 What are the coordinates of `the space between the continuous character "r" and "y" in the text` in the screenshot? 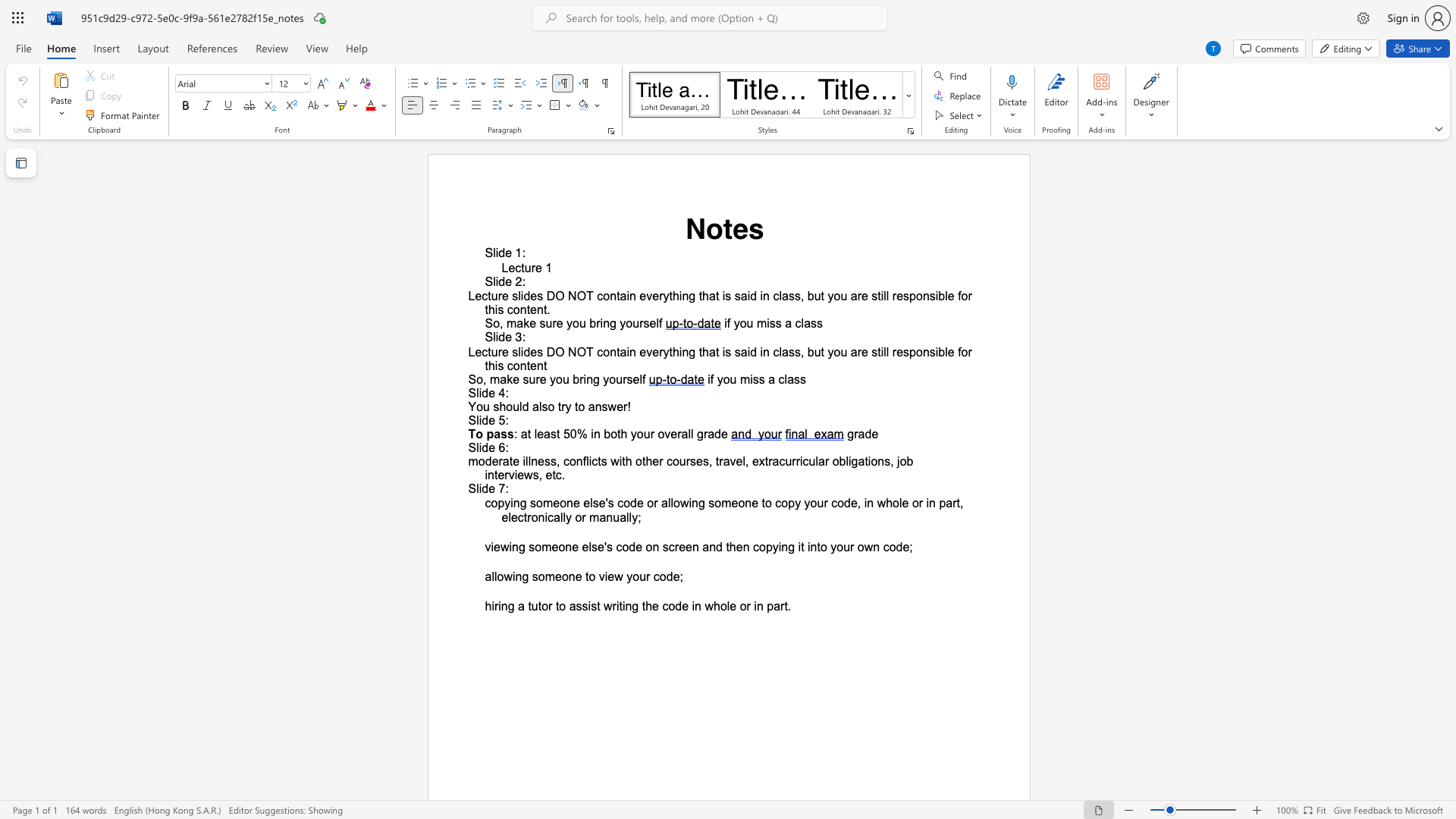 It's located at (565, 406).